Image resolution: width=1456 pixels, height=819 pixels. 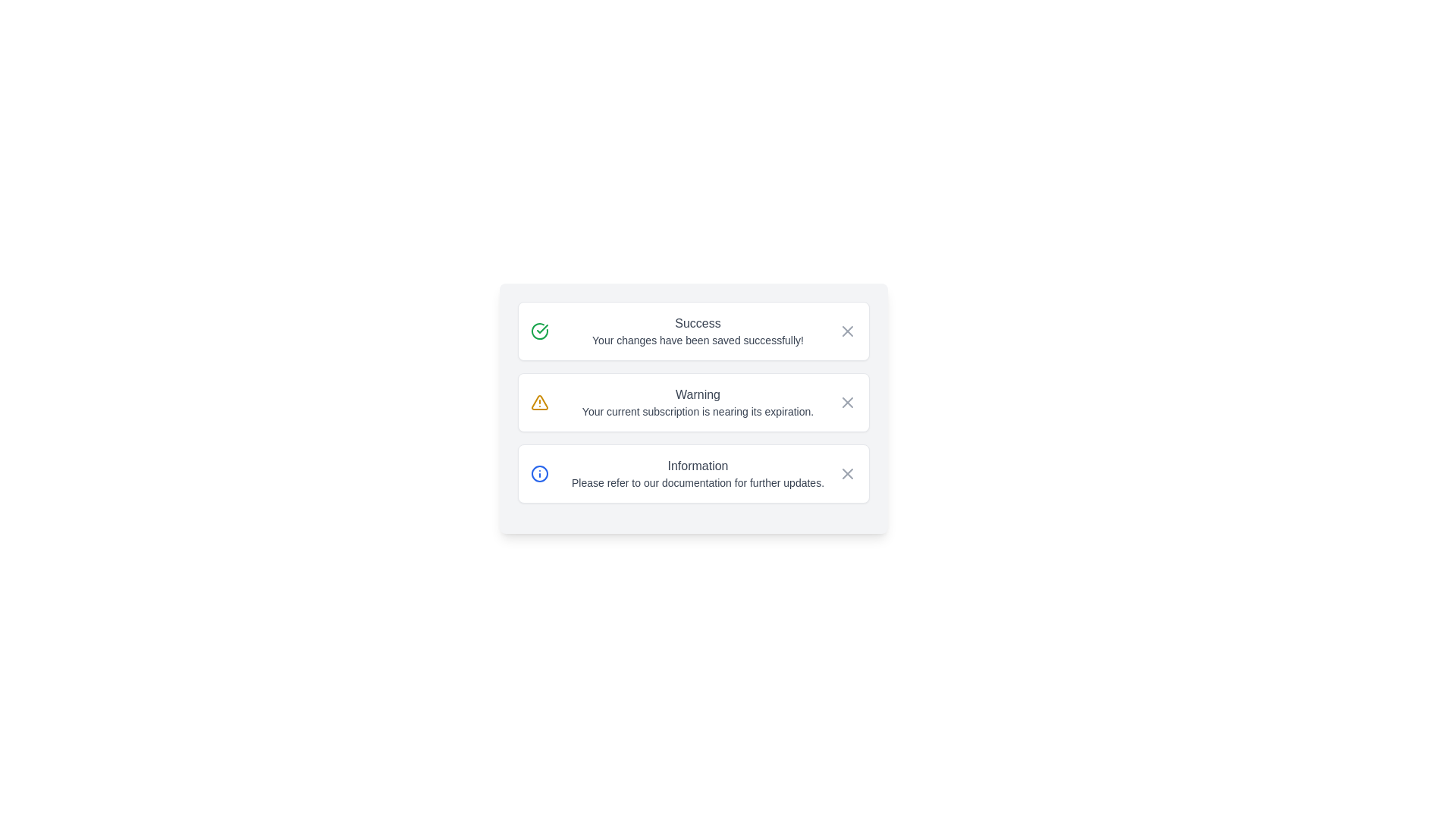 What do you see at coordinates (539, 402) in the screenshot?
I see `the warning status icon located in the second row of the announcements list, to the left of the 'Warning' heading` at bounding box center [539, 402].